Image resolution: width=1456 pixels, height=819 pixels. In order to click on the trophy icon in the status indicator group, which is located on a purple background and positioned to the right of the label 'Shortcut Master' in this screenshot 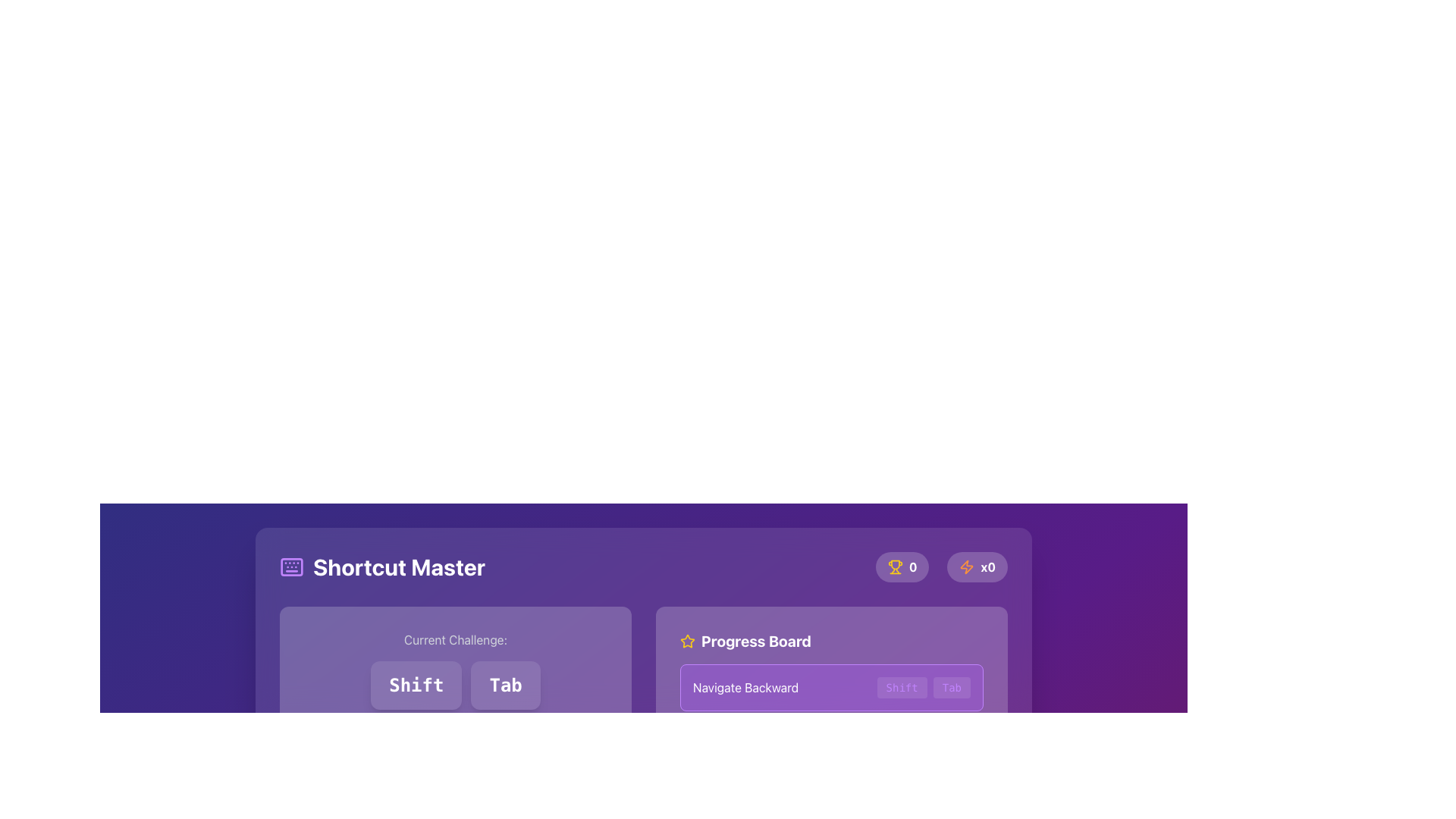, I will do `click(940, 567)`.